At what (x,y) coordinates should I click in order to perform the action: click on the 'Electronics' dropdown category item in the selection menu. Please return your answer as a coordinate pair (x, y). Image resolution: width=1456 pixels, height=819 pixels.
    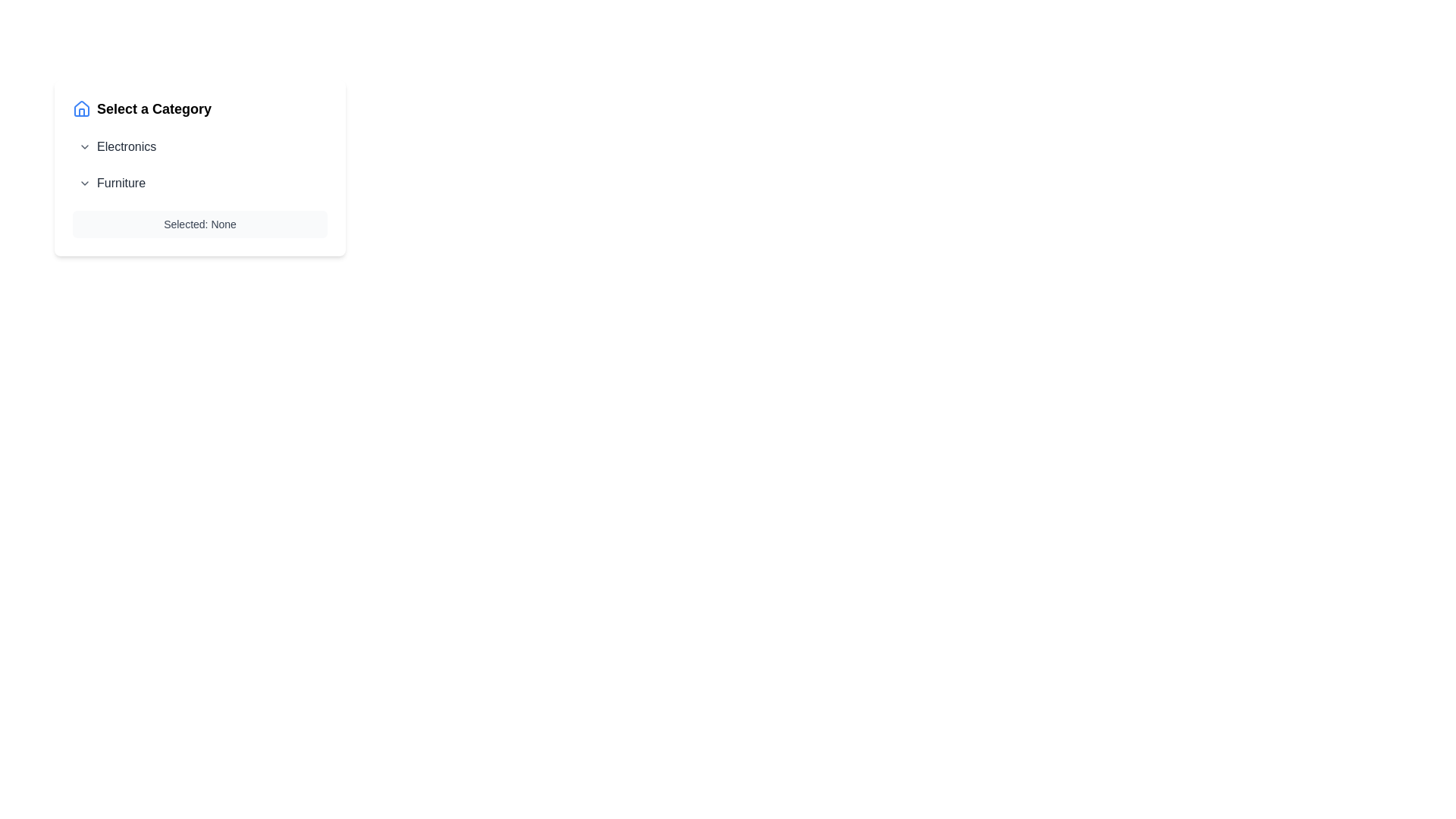
    Looking at the image, I should click on (199, 146).